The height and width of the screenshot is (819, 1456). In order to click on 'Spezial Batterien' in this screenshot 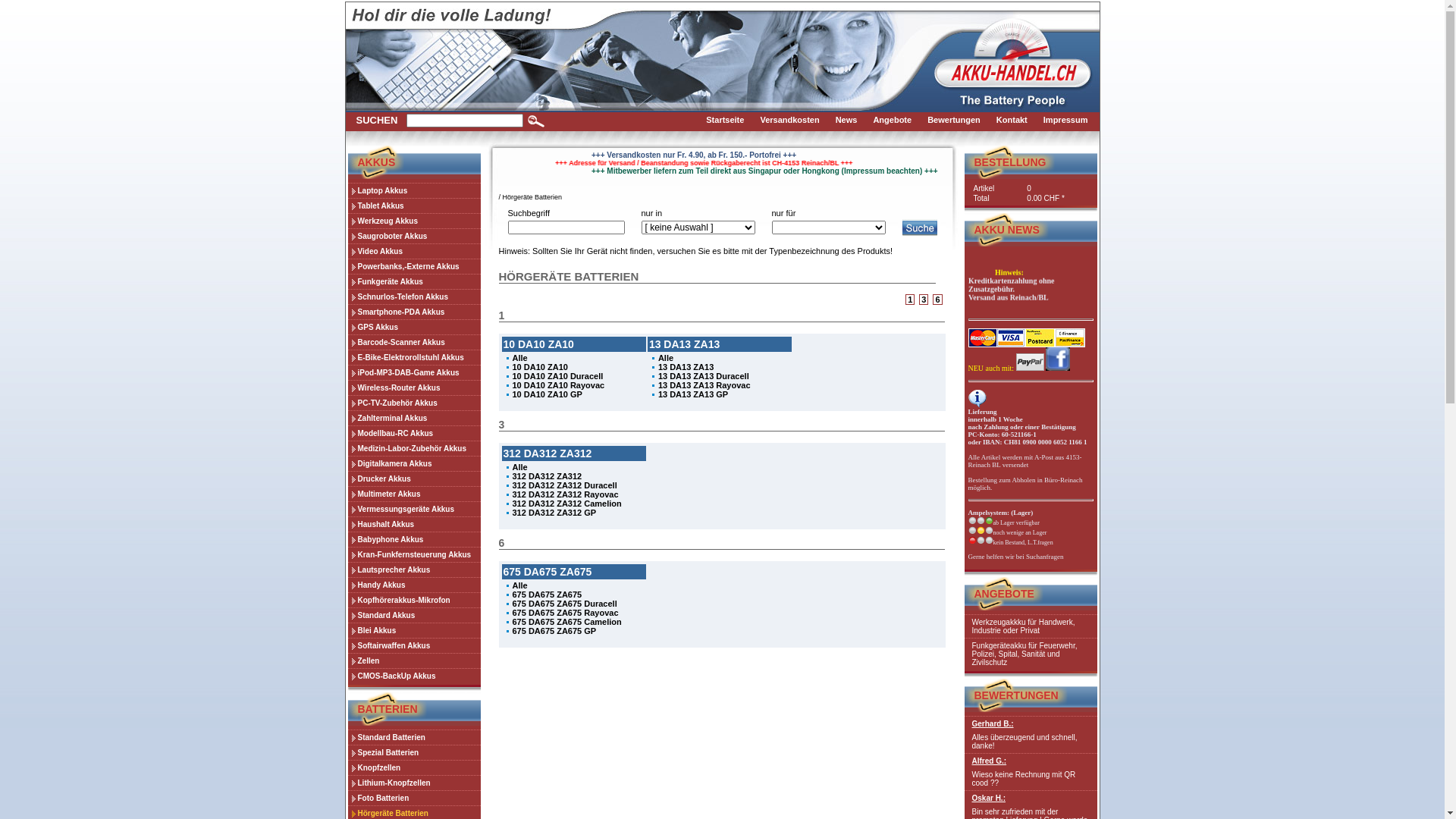, I will do `click(346, 752)`.